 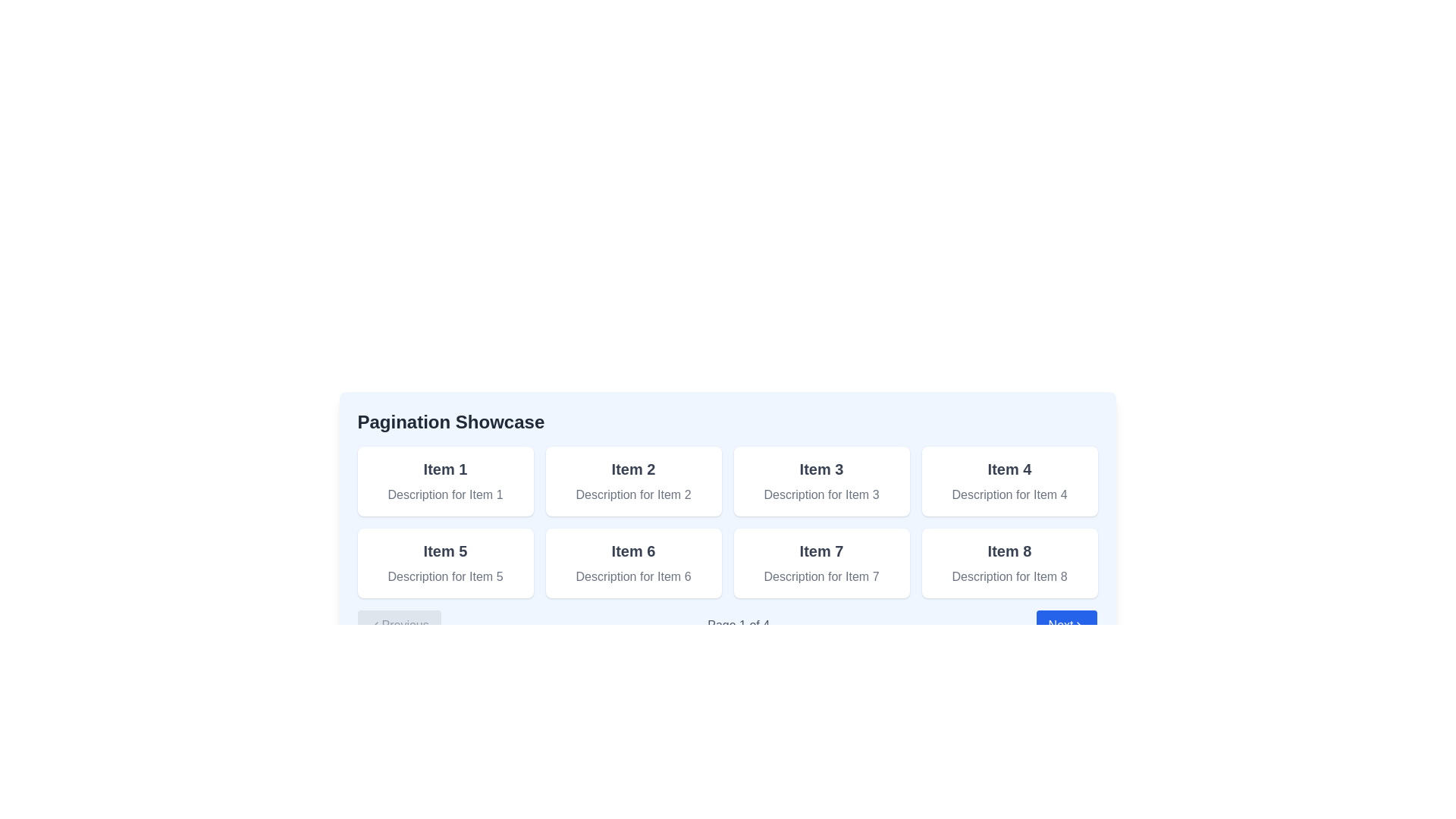 I want to click on the Card element displaying 'Item 7' with a white background and shadow effect, located in the second row and third column of a 4x2 grid layout, so click(x=821, y=563).